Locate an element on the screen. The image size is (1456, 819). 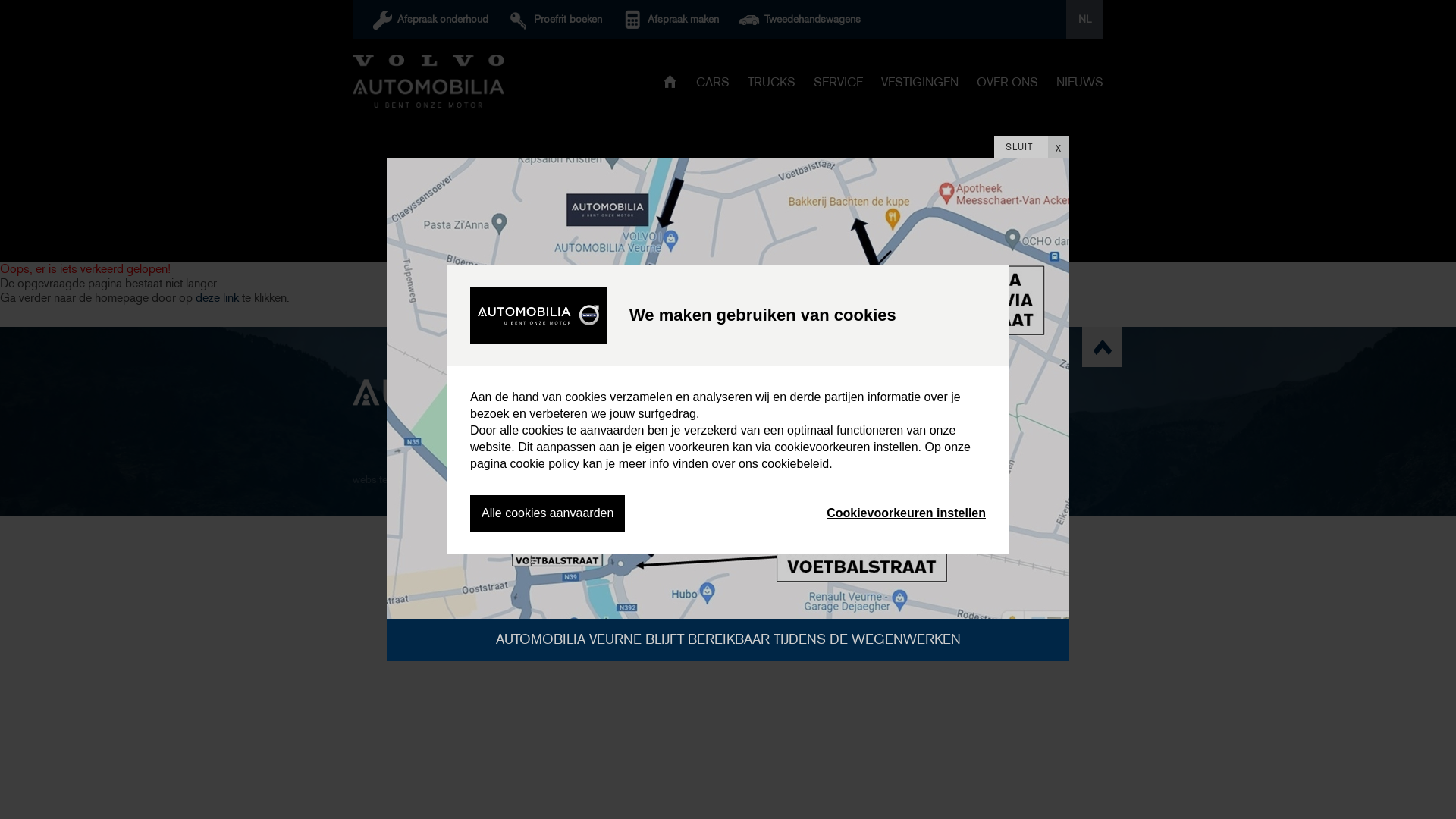
'Afspraak maken' is located at coordinates (676, 20).